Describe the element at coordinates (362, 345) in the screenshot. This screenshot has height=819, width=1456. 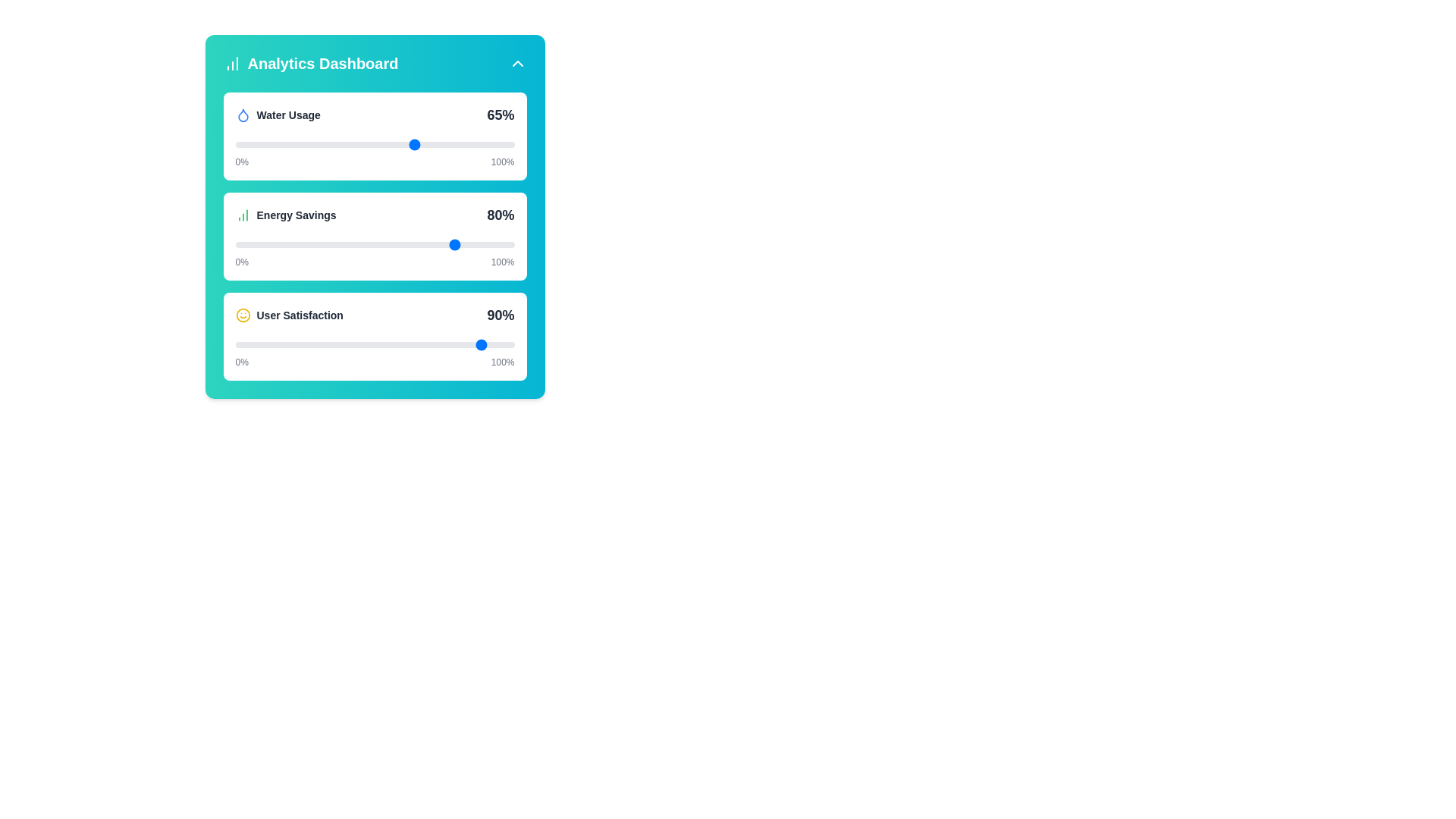
I see `user satisfaction` at that location.